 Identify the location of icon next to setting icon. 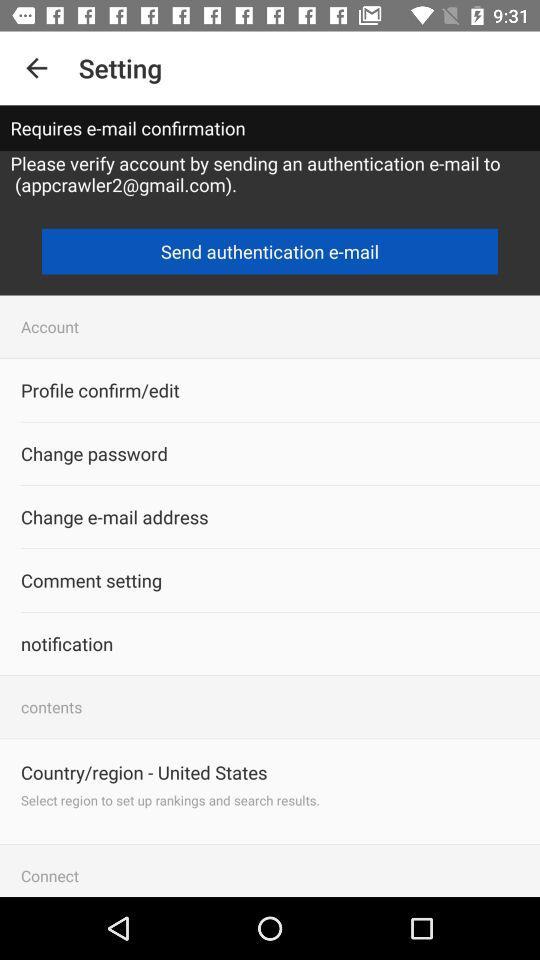
(36, 68).